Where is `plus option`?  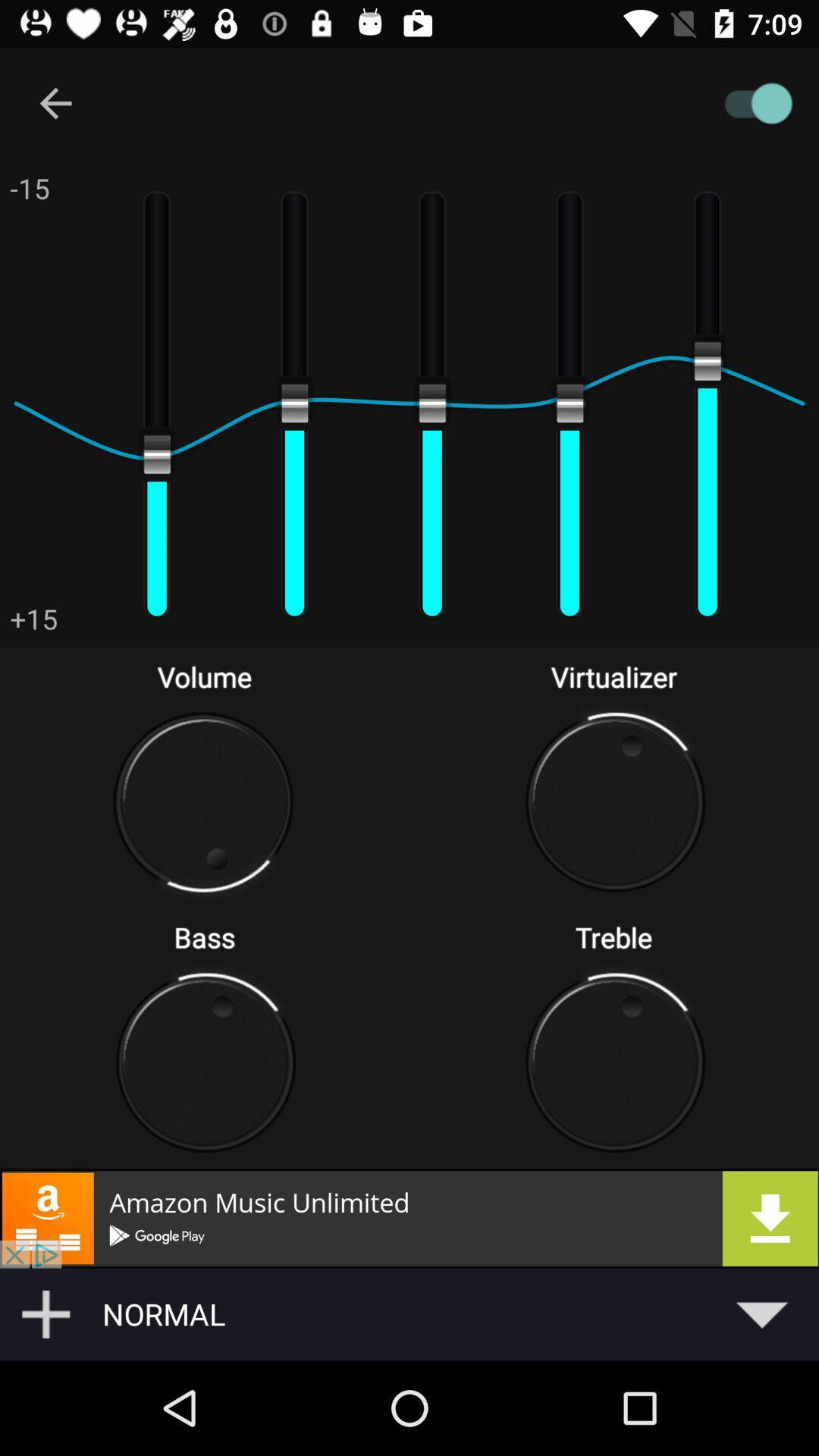 plus option is located at coordinates (45, 1313).